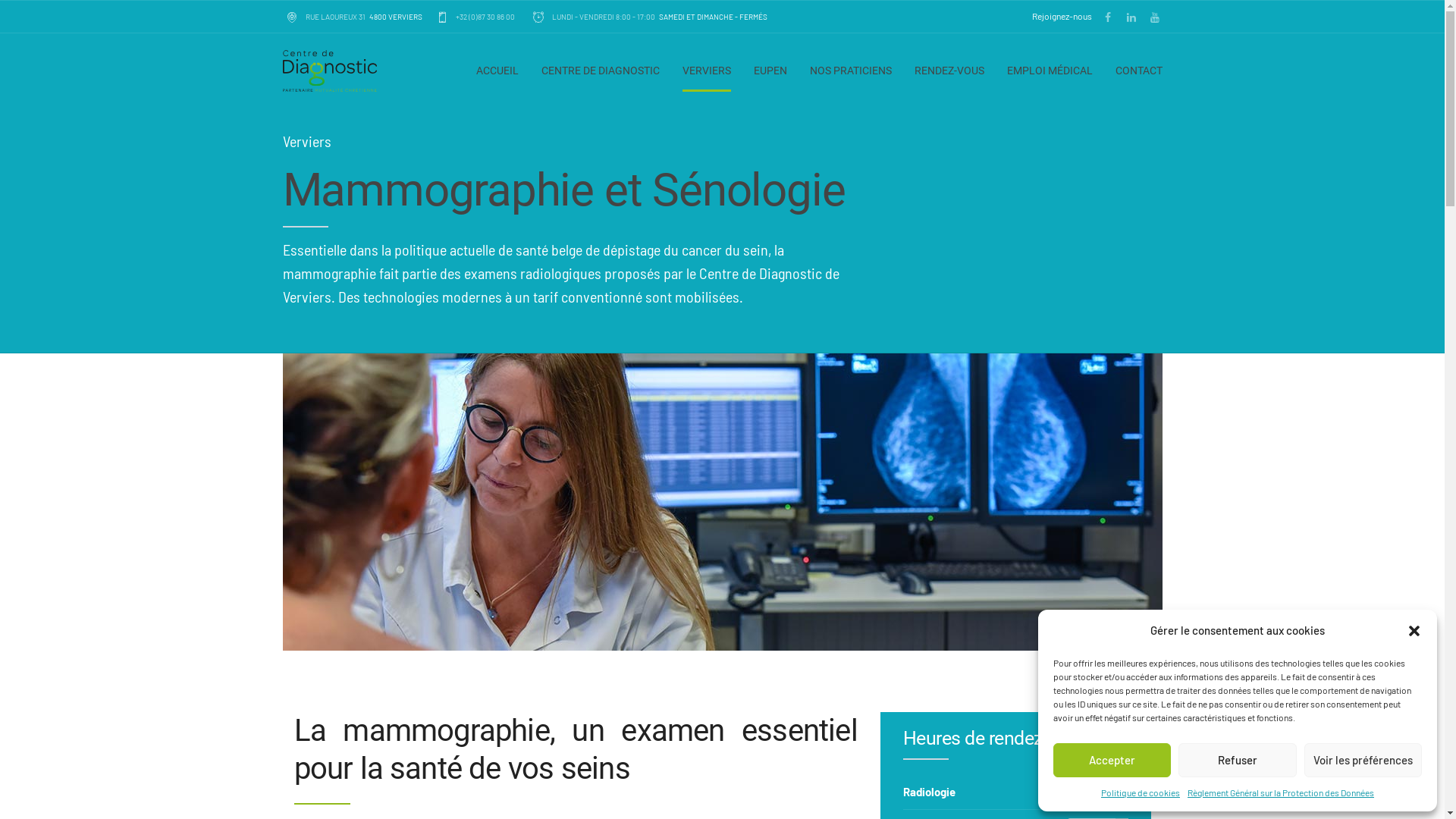  Describe the element at coordinates (770, 71) in the screenshot. I see `'EUPEN'` at that location.